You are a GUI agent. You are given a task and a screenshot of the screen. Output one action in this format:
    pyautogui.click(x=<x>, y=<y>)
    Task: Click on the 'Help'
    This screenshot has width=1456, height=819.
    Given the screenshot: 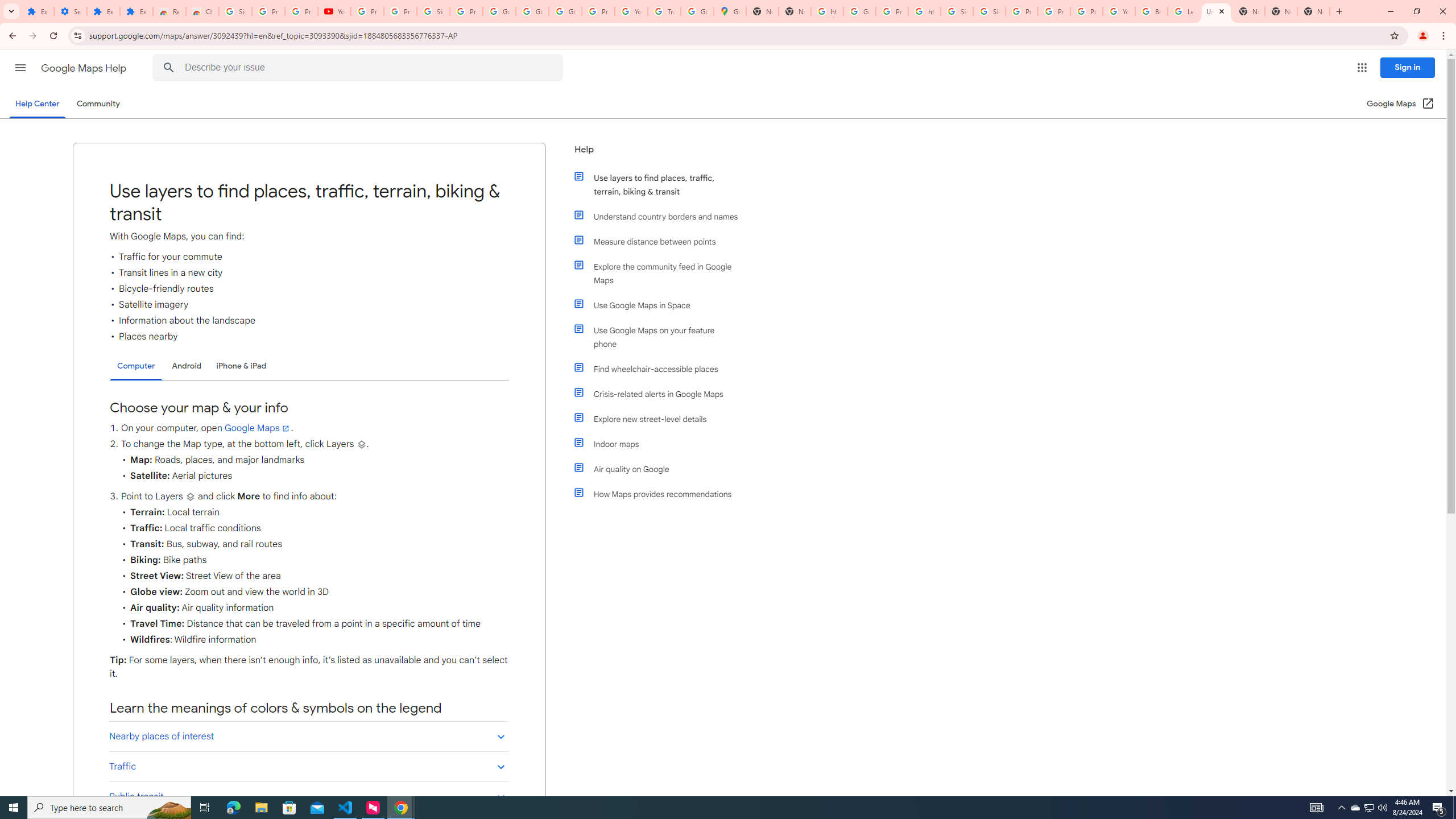 What is the action you would take?
    pyautogui.click(x=656, y=153)
    